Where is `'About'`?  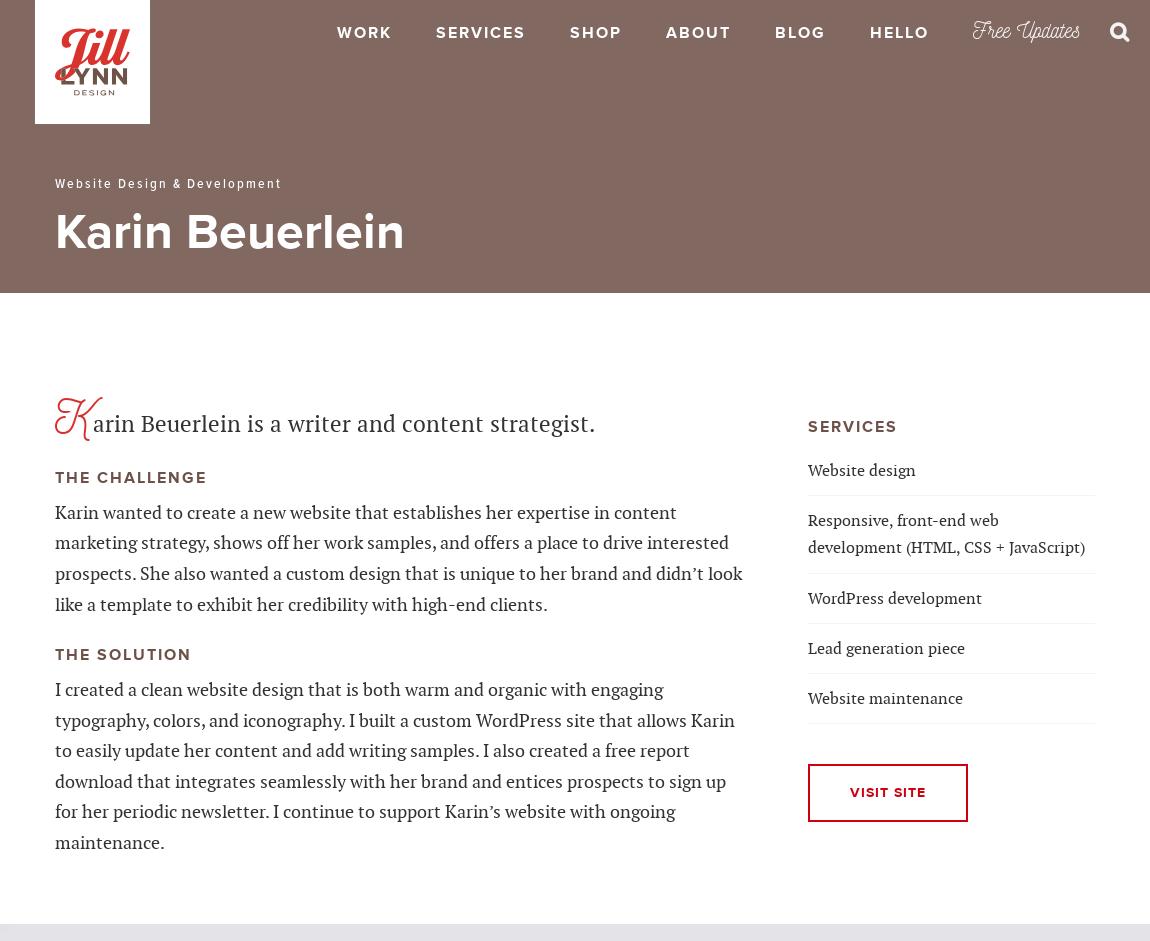
'About' is located at coordinates (697, 33).